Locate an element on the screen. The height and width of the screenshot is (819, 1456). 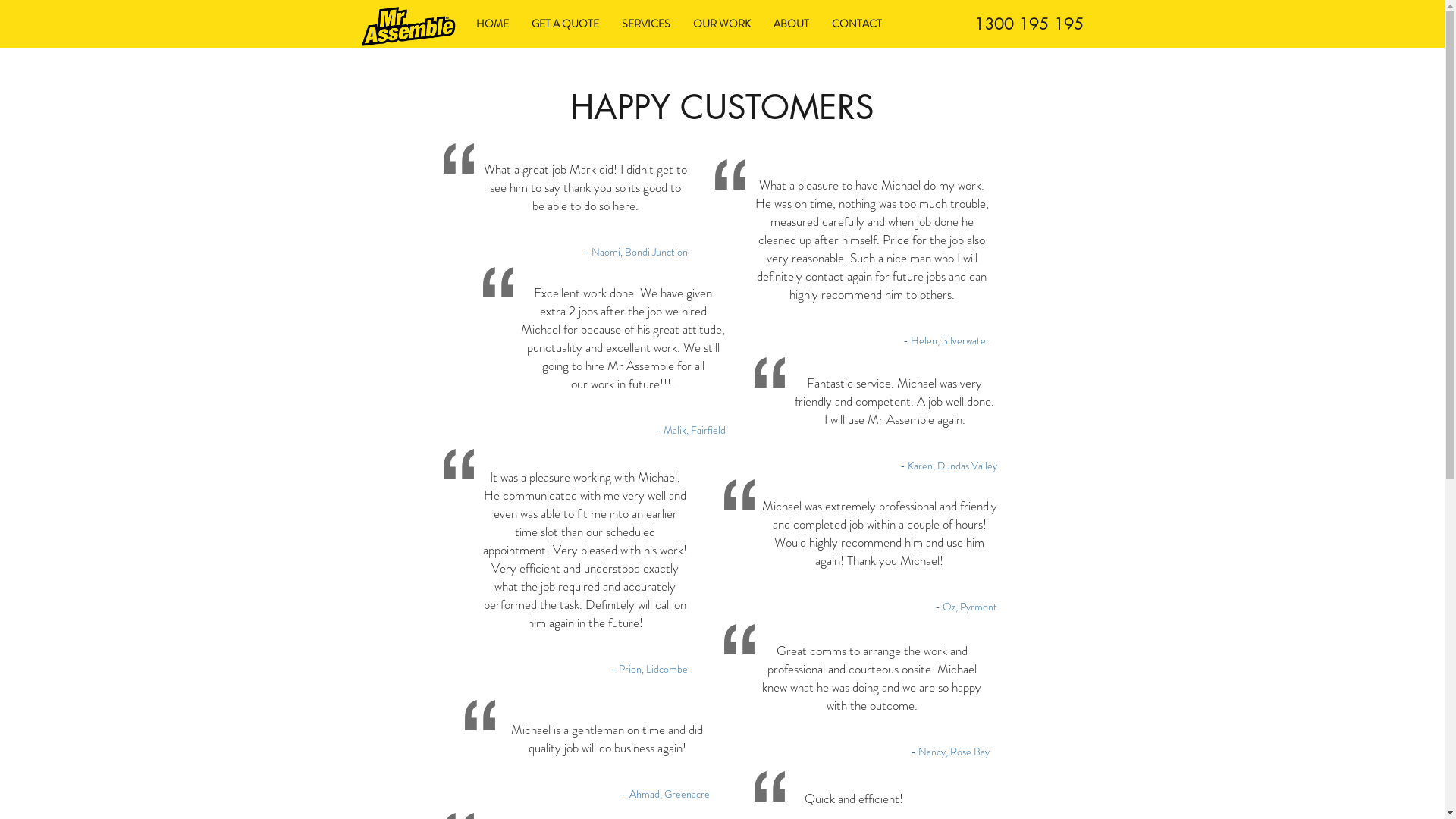
'CONTACT' is located at coordinates (819, 24).